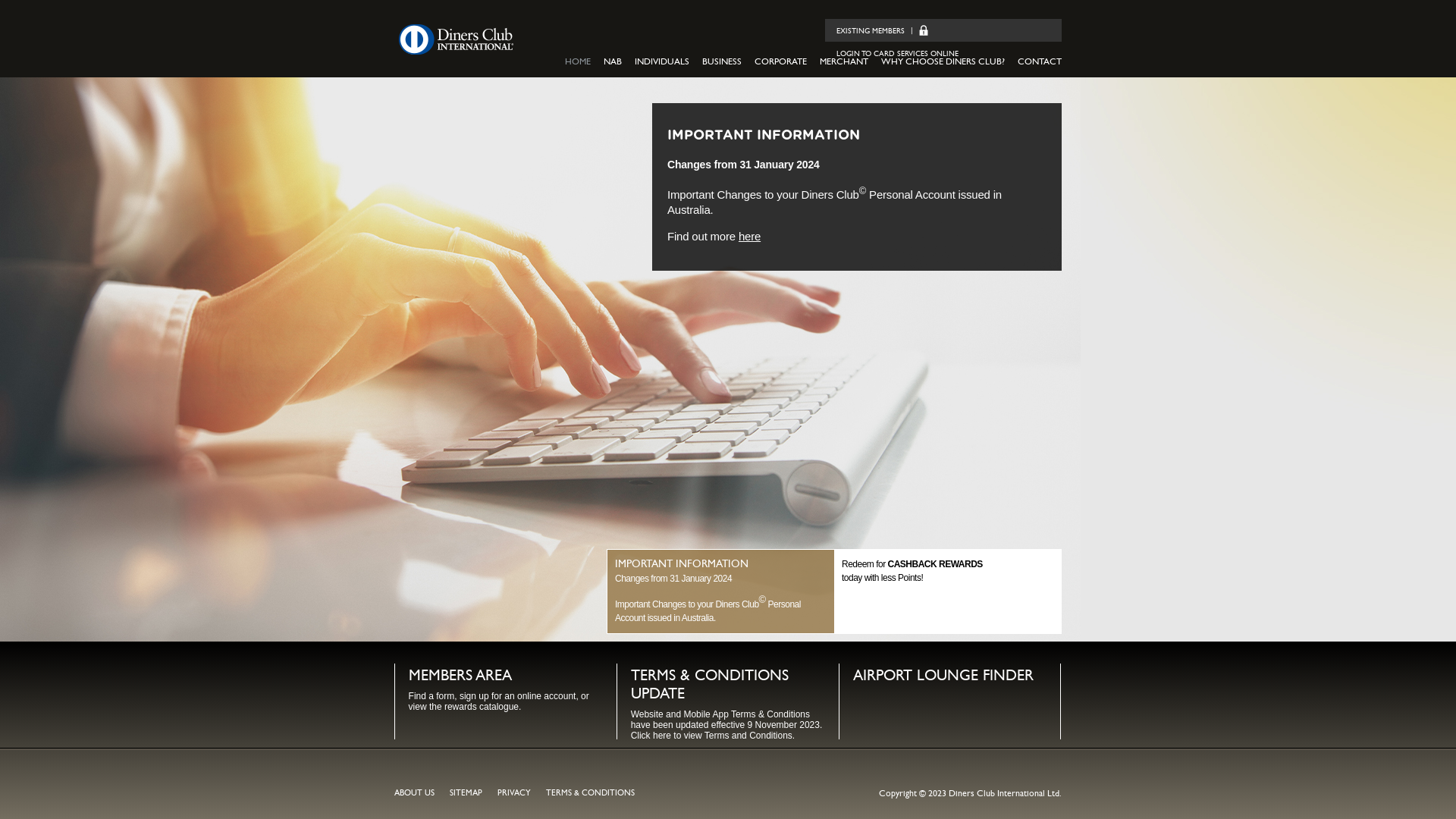 The image size is (1456, 819). What do you see at coordinates (780, 61) in the screenshot?
I see `'CORPORATE'` at bounding box center [780, 61].